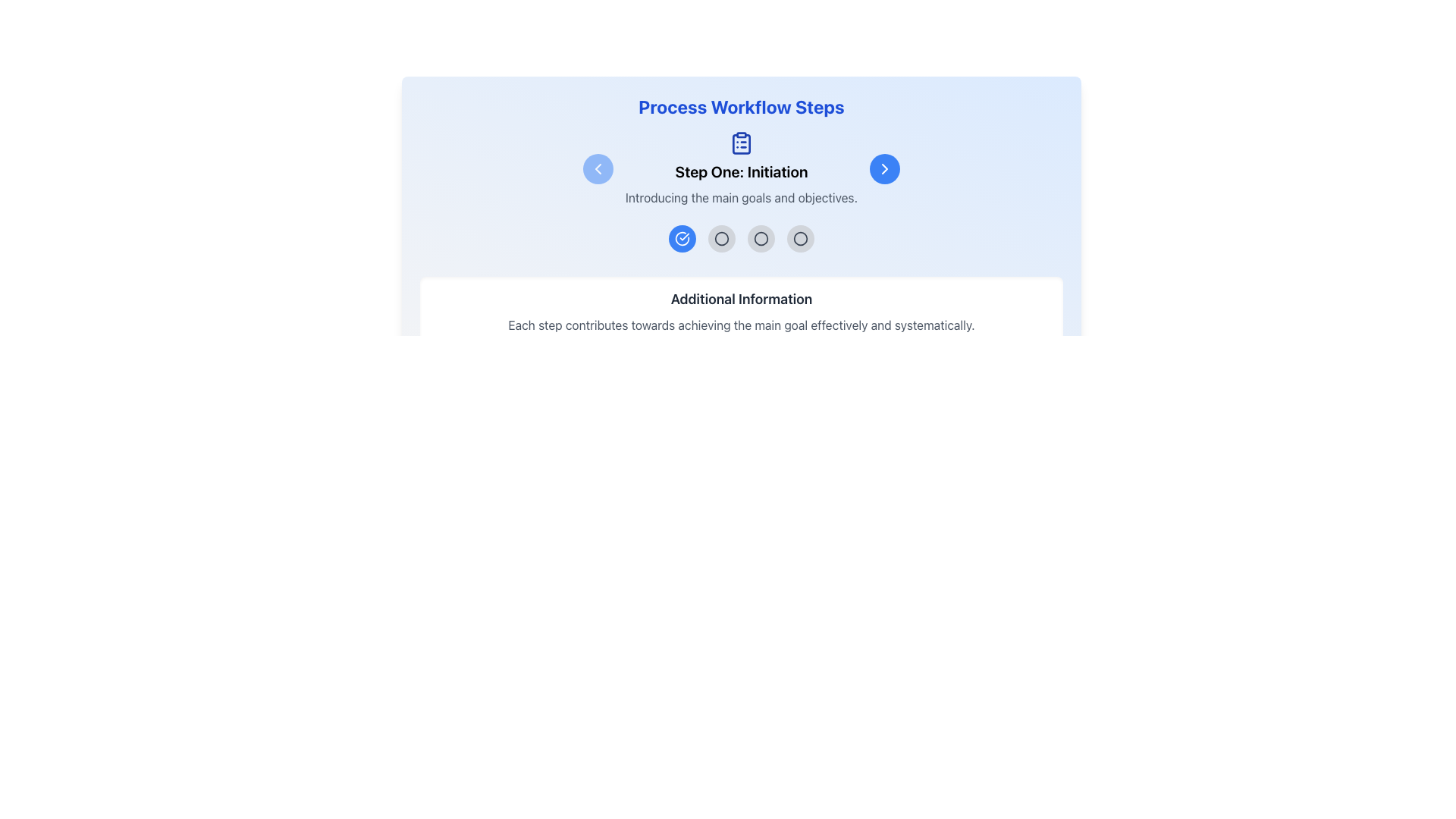 The width and height of the screenshot is (1456, 819). What do you see at coordinates (742, 169) in the screenshot?
I see `the clipboard icon located just below the 'Process Workflow Steps' header and aligned with the title 'Step One: Initiation.'` at bounding box center [742, 169].